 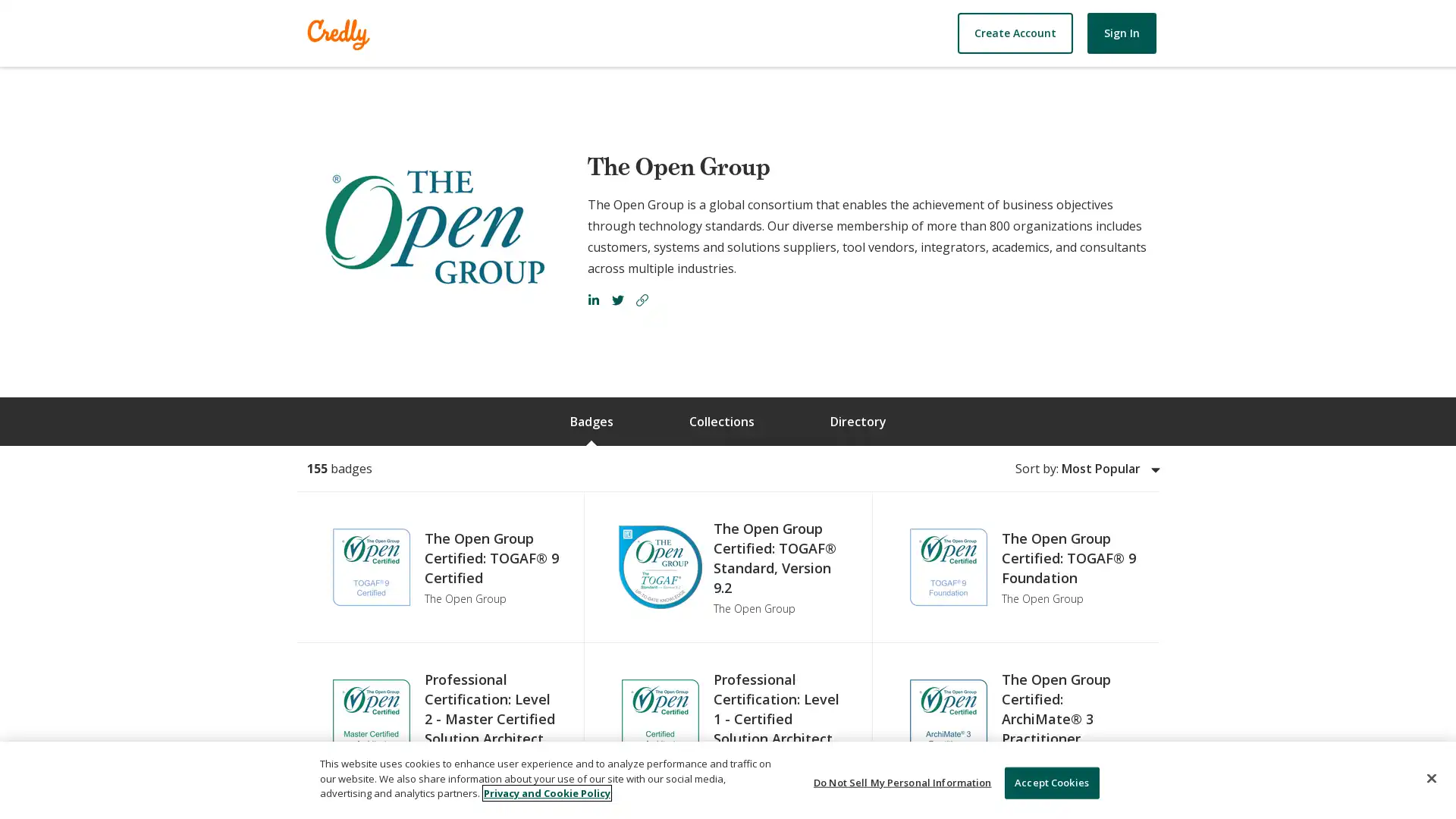 I want to click on Accept Cookies, so click(x=1050, y=783).